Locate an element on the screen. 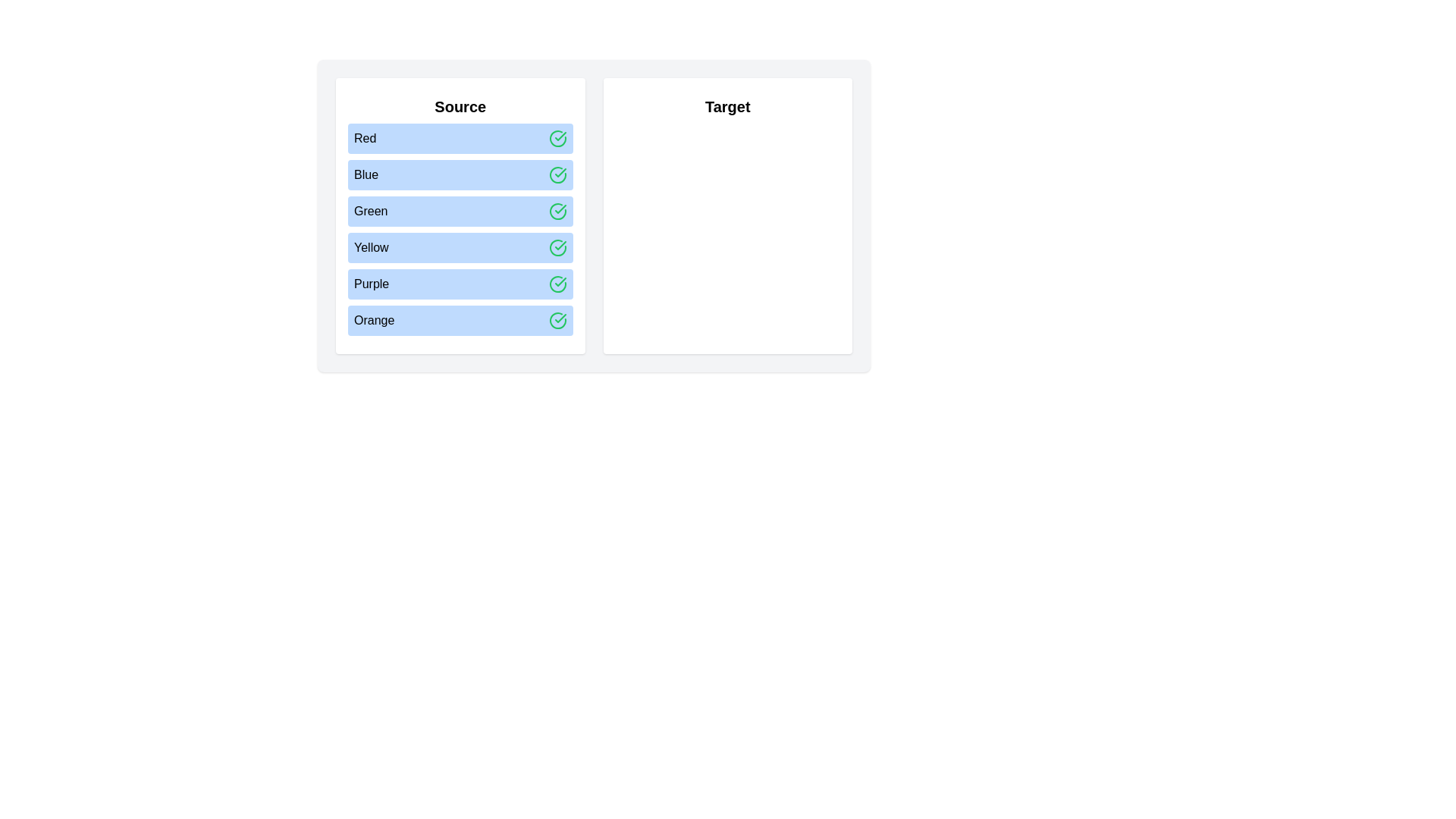 This screenshot has height=819, width=1456. green check icon next to the item Orange in the Source list to move it to the Target list is located at coordinates (557, 320).